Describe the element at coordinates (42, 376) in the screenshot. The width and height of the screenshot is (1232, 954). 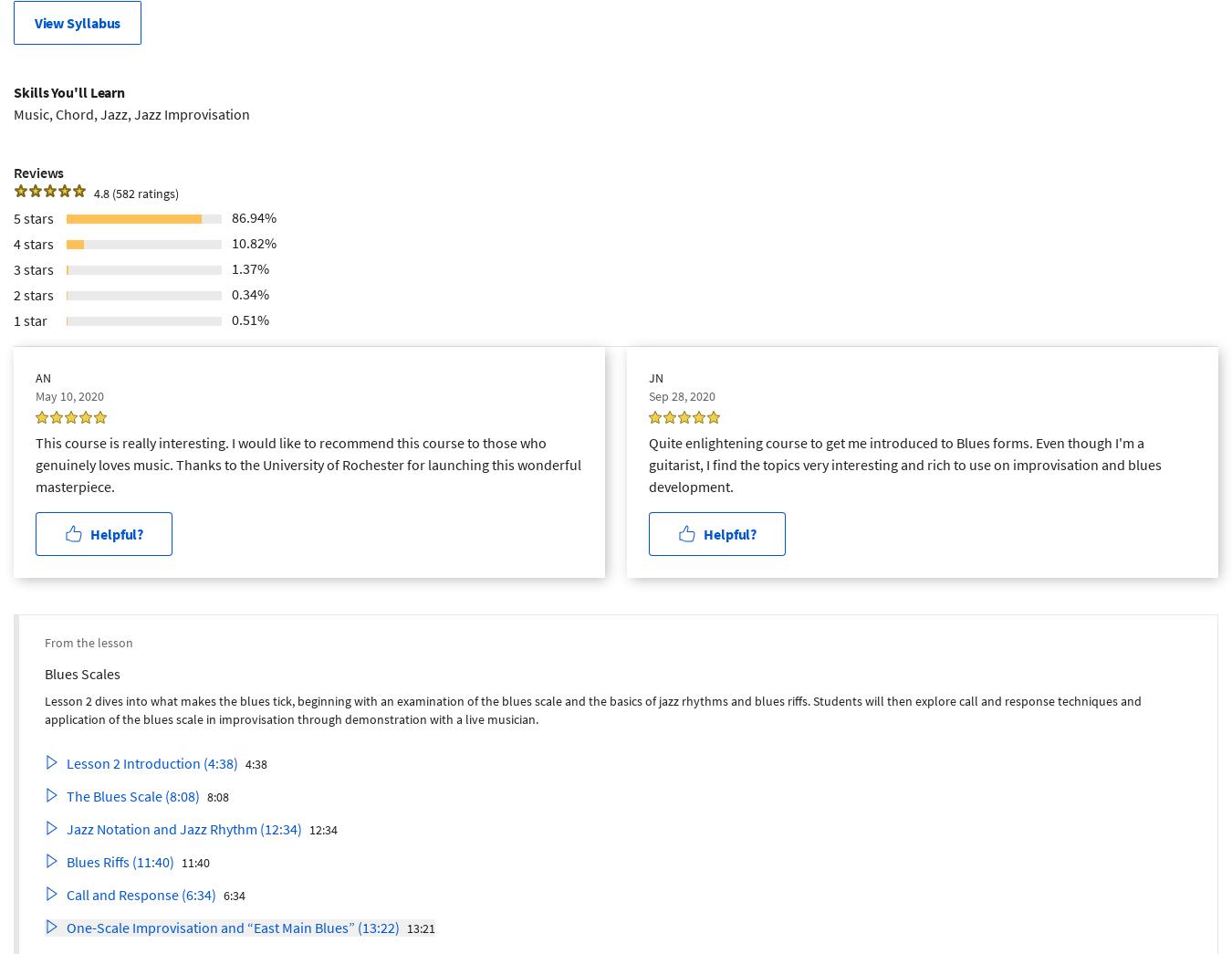
I see `'AN'` at that location.